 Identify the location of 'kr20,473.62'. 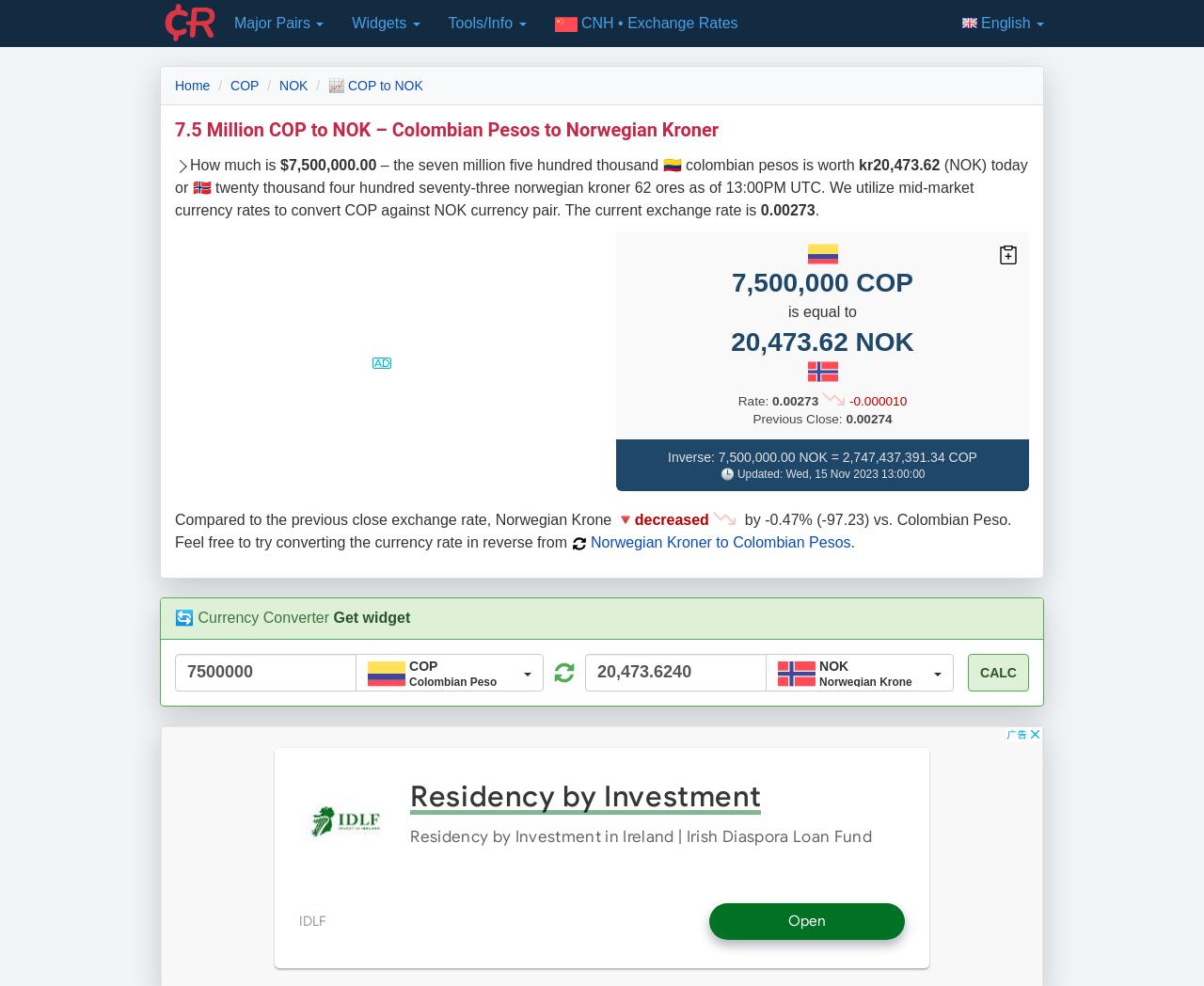
(898, 164).